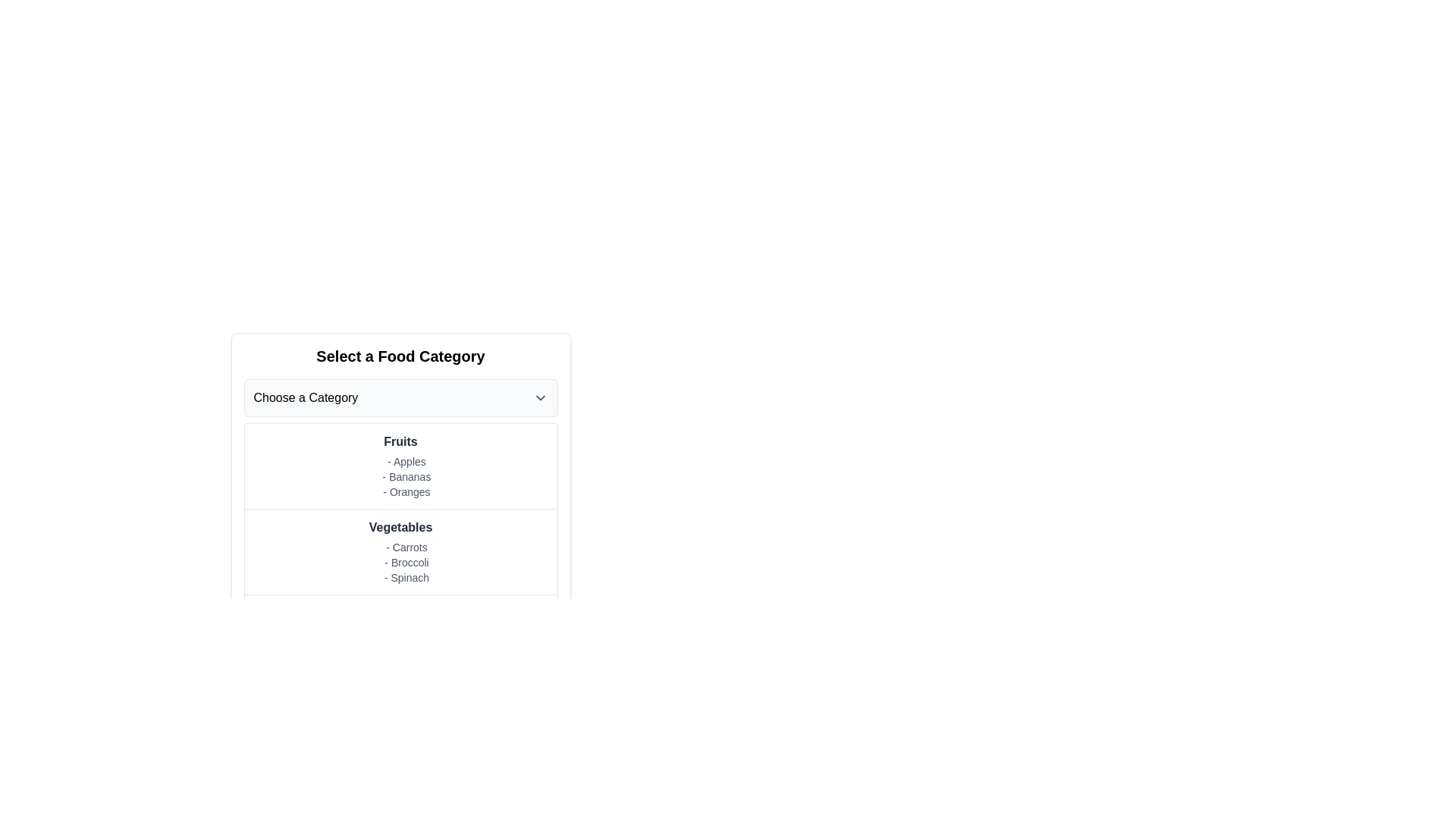 Image resolution: width=1456 pixels, height=819 pixels. What do you see at coordinates (406, 578) in the screenshot?
I see `text element displaying '- Spinach' in a light gray font, which is the third item in the 'Vegetables' category list` at bounding box center [406, 578].